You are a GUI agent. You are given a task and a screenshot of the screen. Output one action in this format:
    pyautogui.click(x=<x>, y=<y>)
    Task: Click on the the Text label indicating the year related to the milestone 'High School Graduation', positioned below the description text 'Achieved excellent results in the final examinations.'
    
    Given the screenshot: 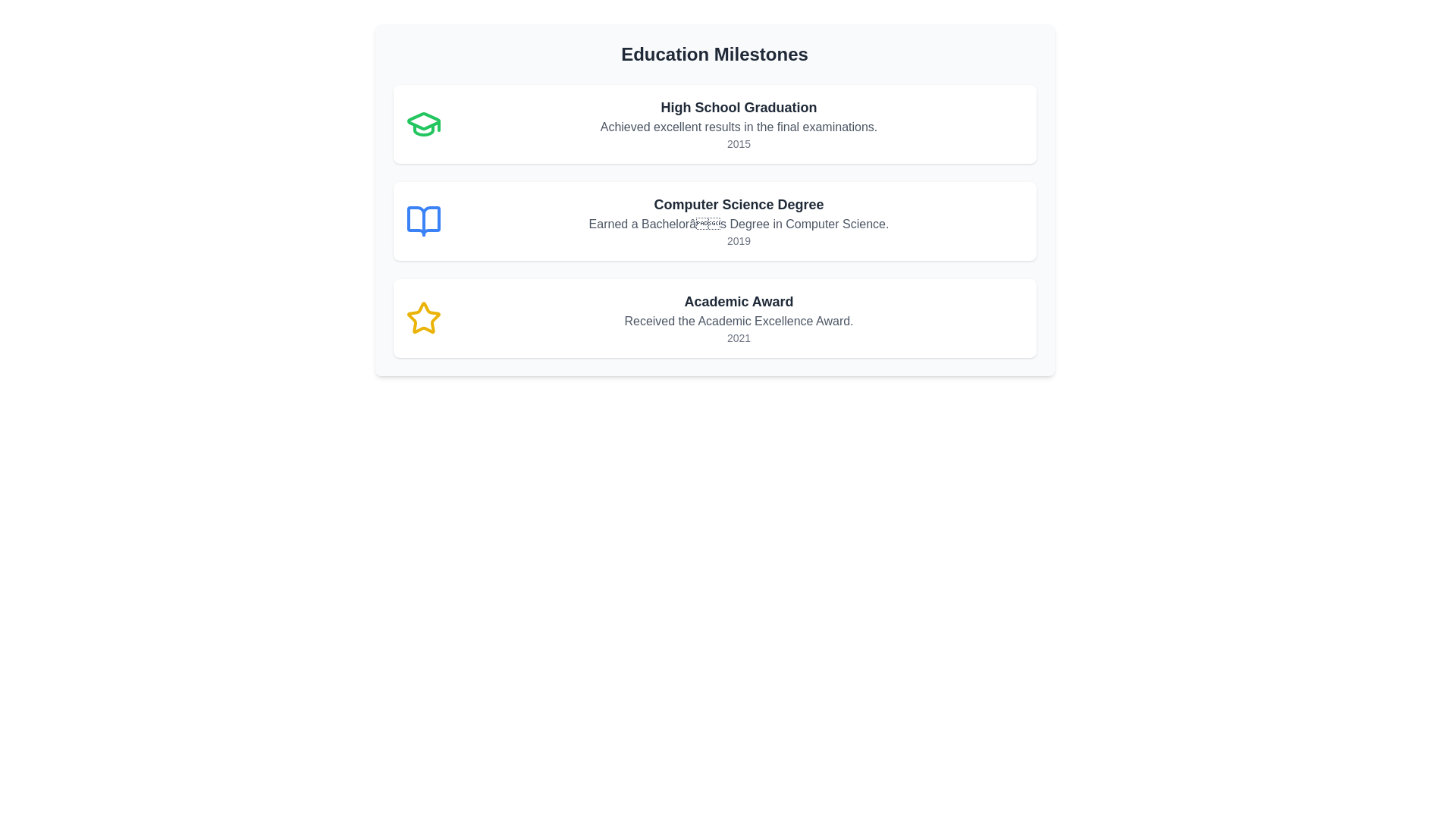 What is the action you would take?
    pyautogui.click(x=739, y=143)
    